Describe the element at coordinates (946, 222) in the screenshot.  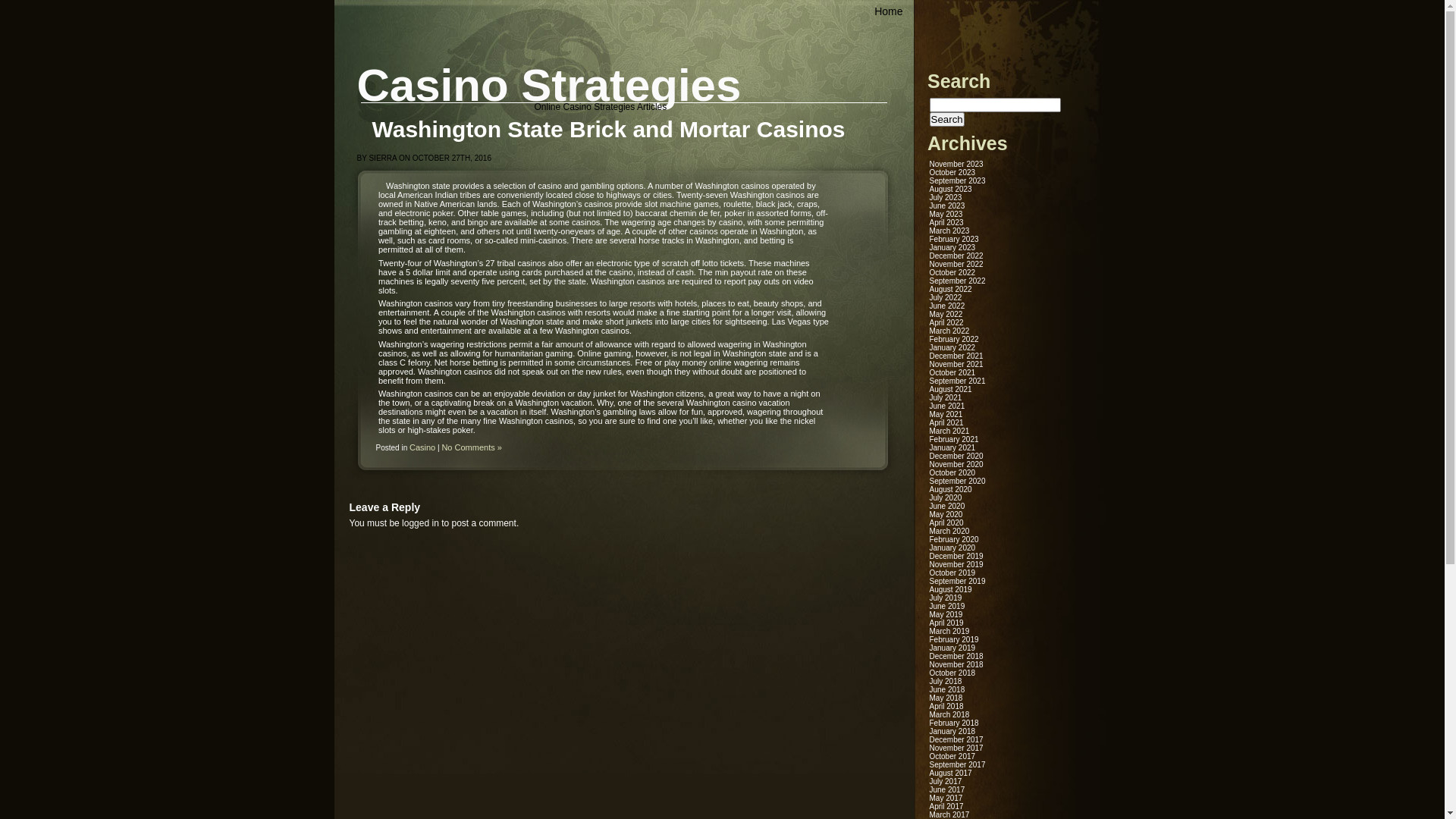
I see `'April 2023'` at that location.